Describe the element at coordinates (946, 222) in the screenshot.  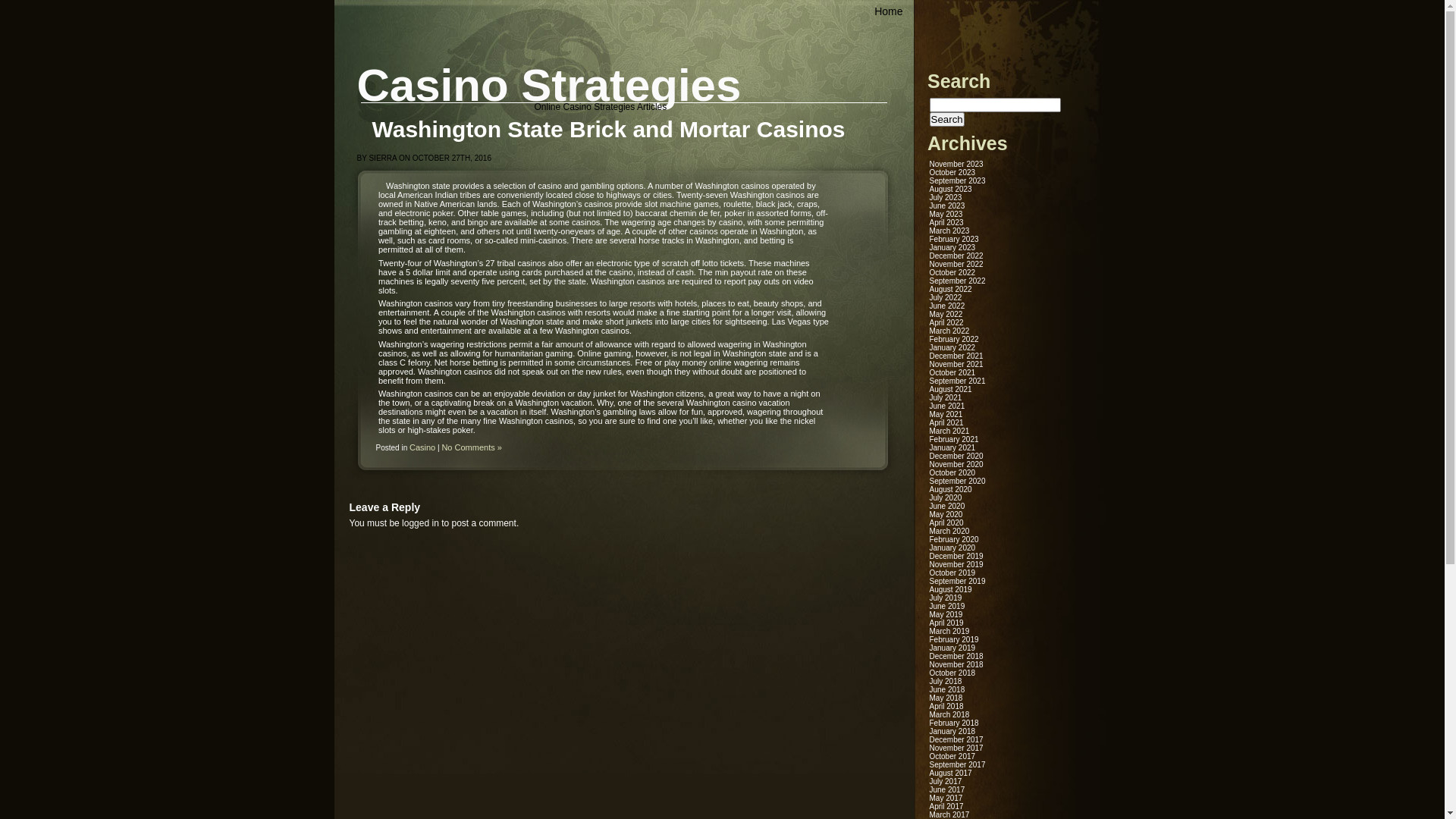
I see `'April 2023'` at that location.